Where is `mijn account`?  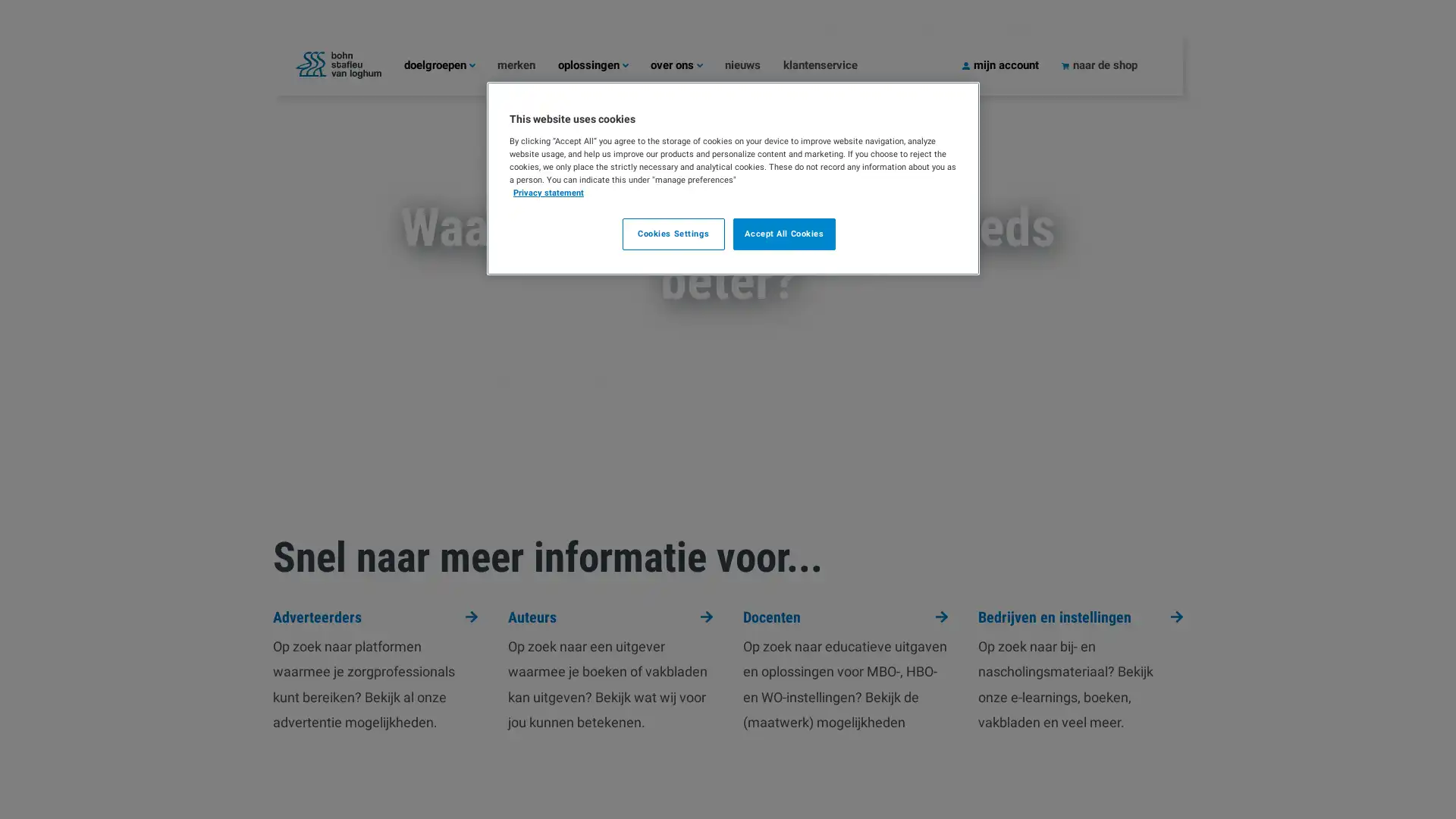
mijn account is located at coordinates (1012, 64).